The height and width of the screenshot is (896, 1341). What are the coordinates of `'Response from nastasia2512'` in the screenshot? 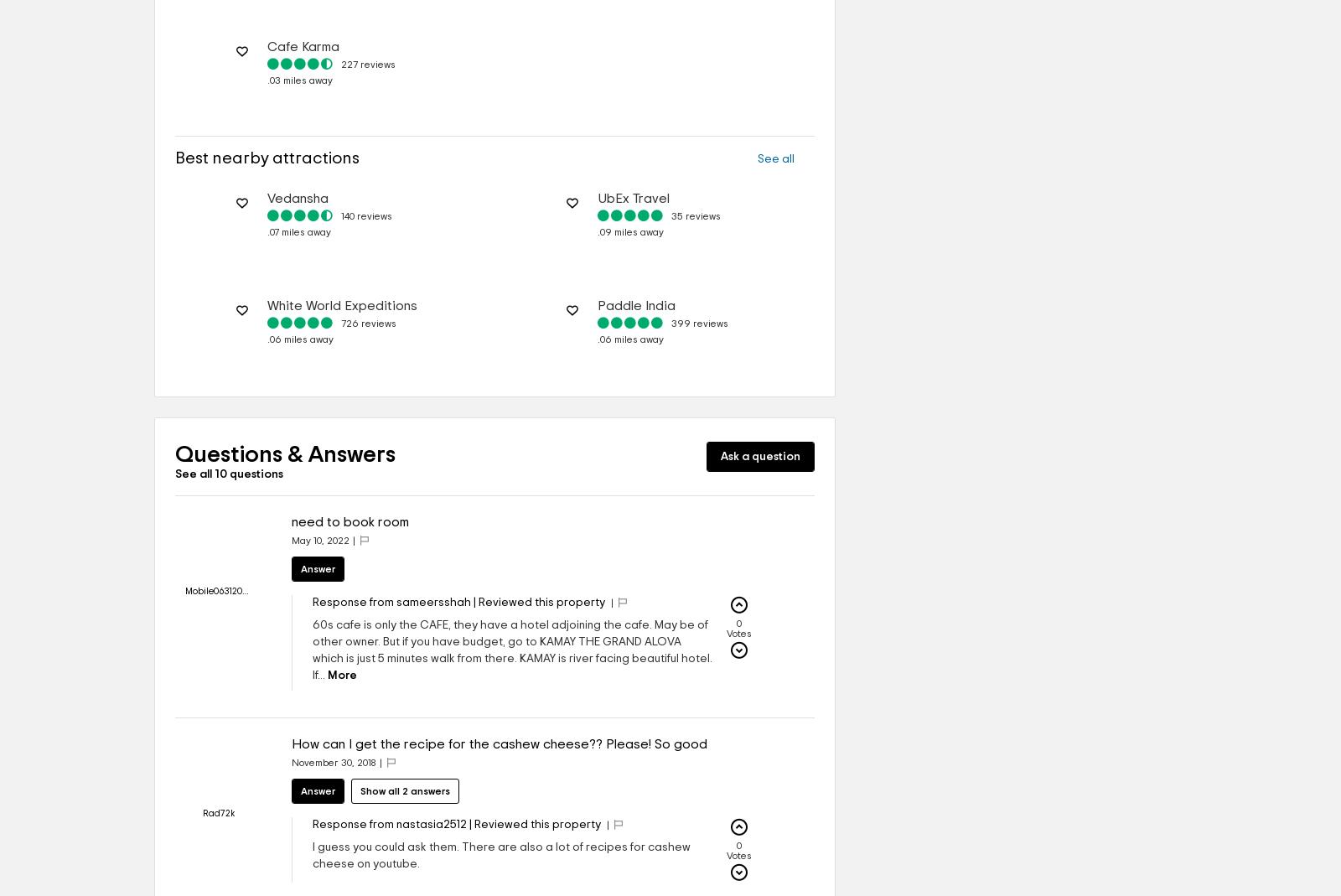 It's located at (388, 825).